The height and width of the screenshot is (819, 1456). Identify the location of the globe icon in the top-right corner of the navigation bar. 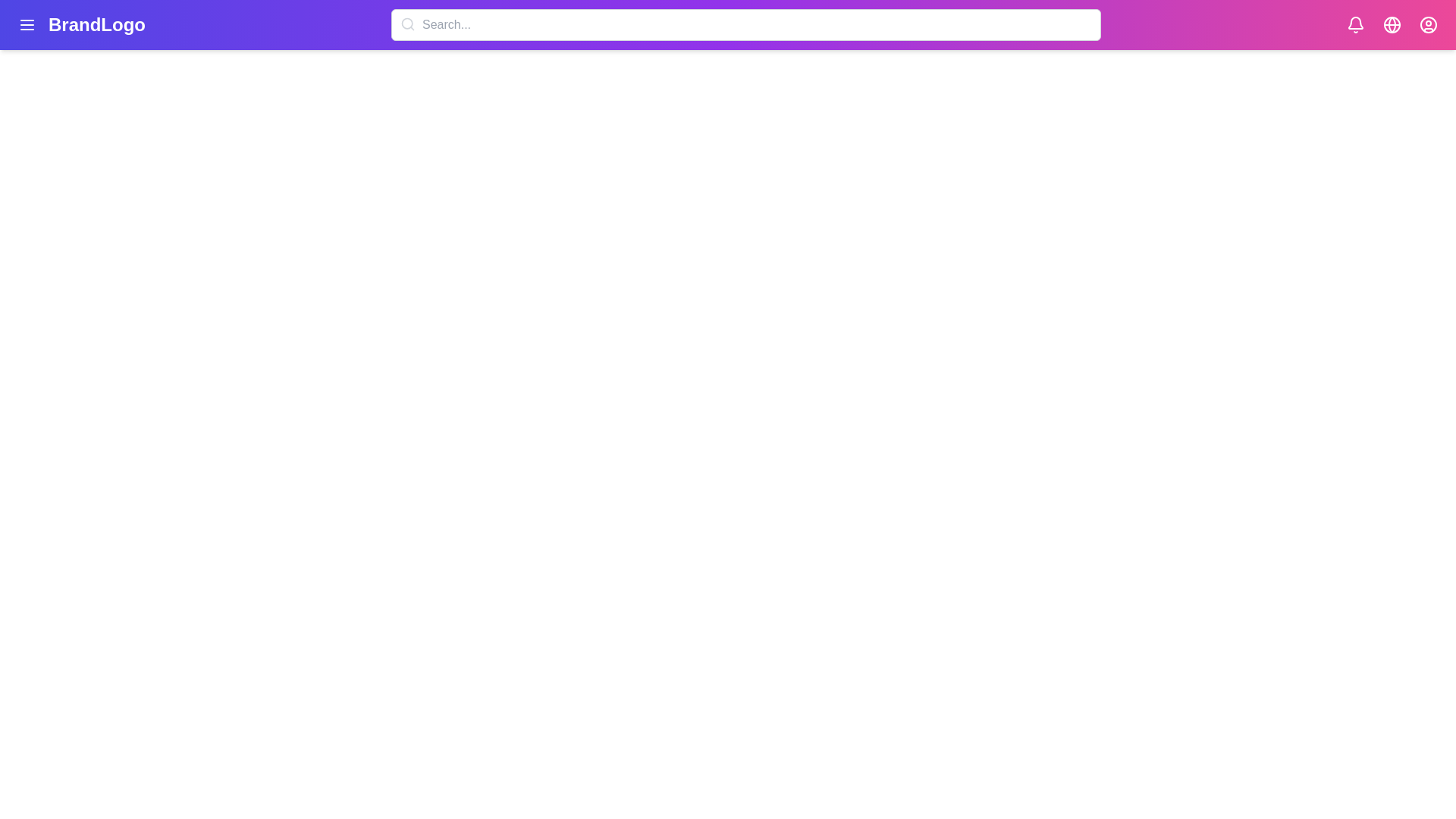
(1392, 25).